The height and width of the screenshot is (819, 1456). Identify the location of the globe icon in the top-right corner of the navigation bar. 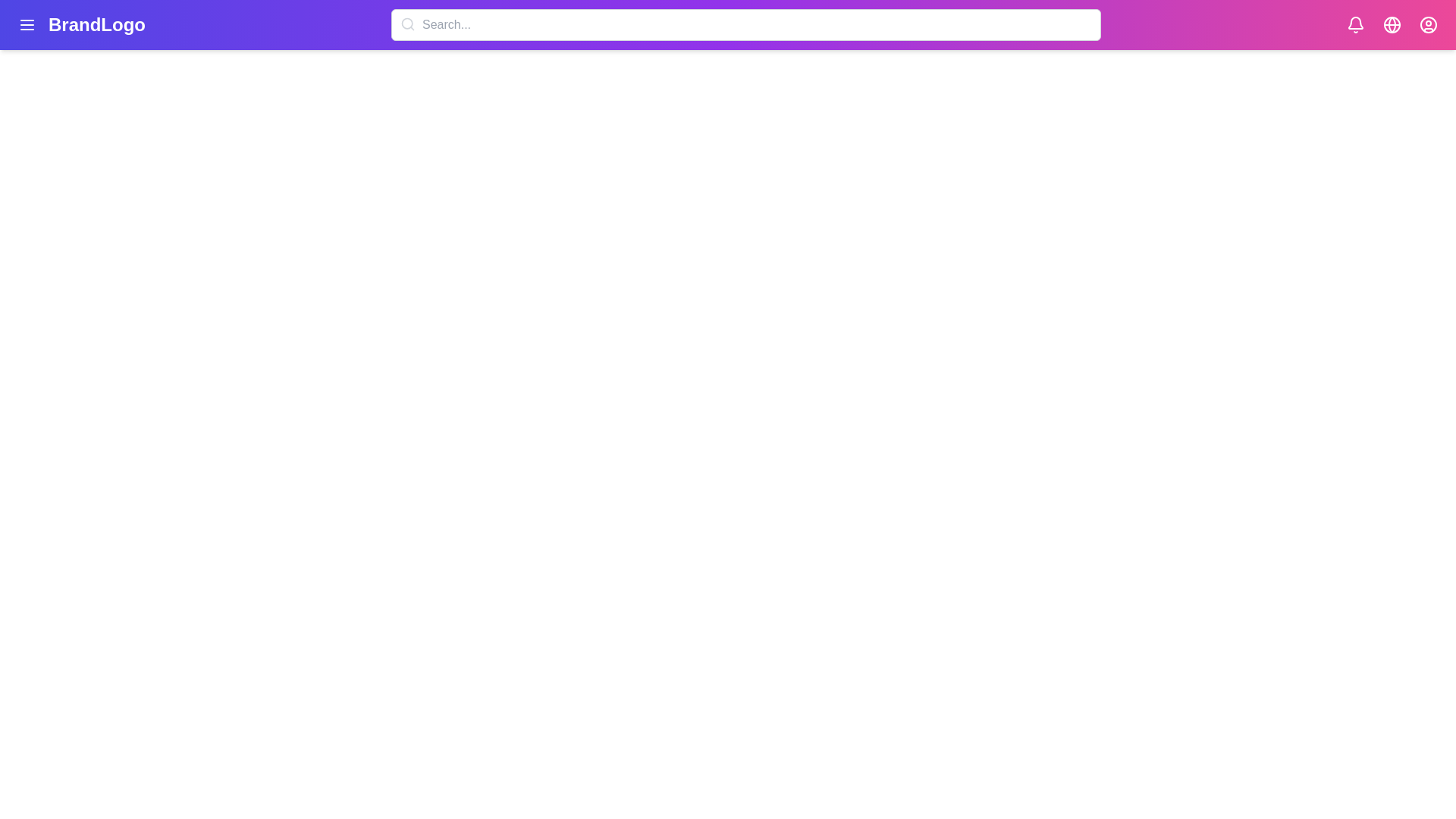
(1392, 25).